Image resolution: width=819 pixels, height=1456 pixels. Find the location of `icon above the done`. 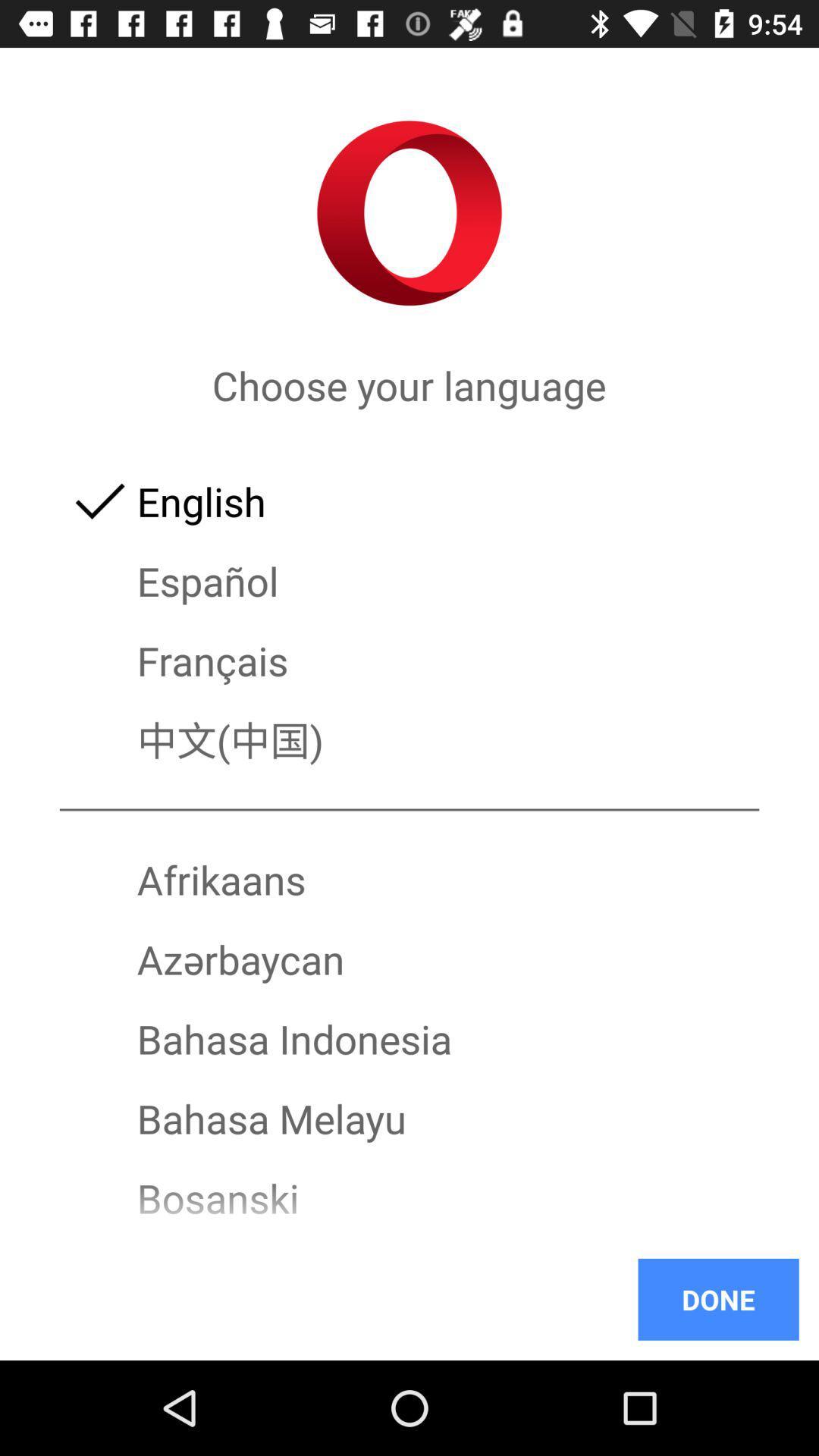

icon above the done is located at coordinates (409, 1238).